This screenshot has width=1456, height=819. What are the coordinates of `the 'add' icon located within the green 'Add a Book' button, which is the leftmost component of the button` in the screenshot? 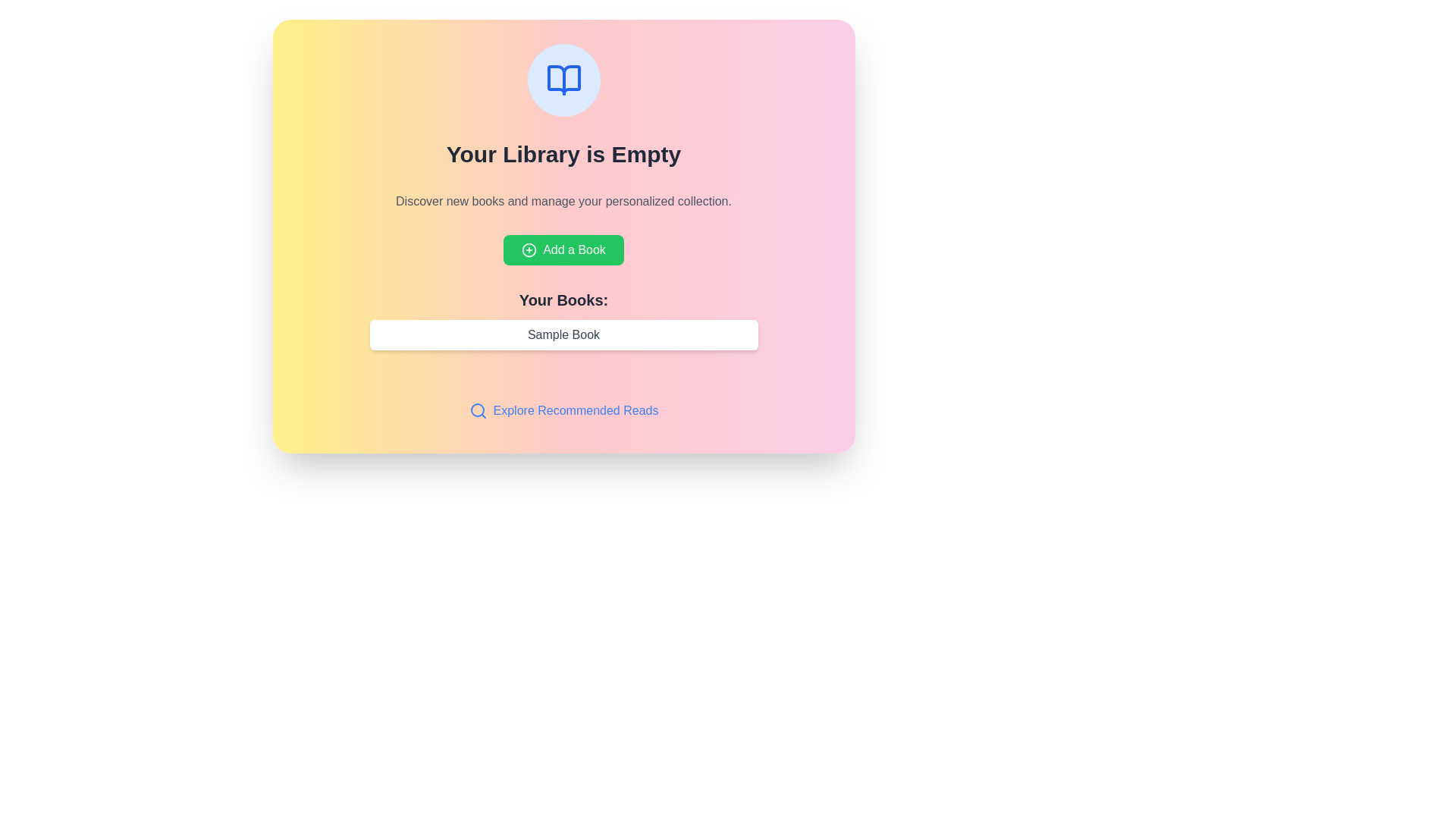 It's located at (529, 249).